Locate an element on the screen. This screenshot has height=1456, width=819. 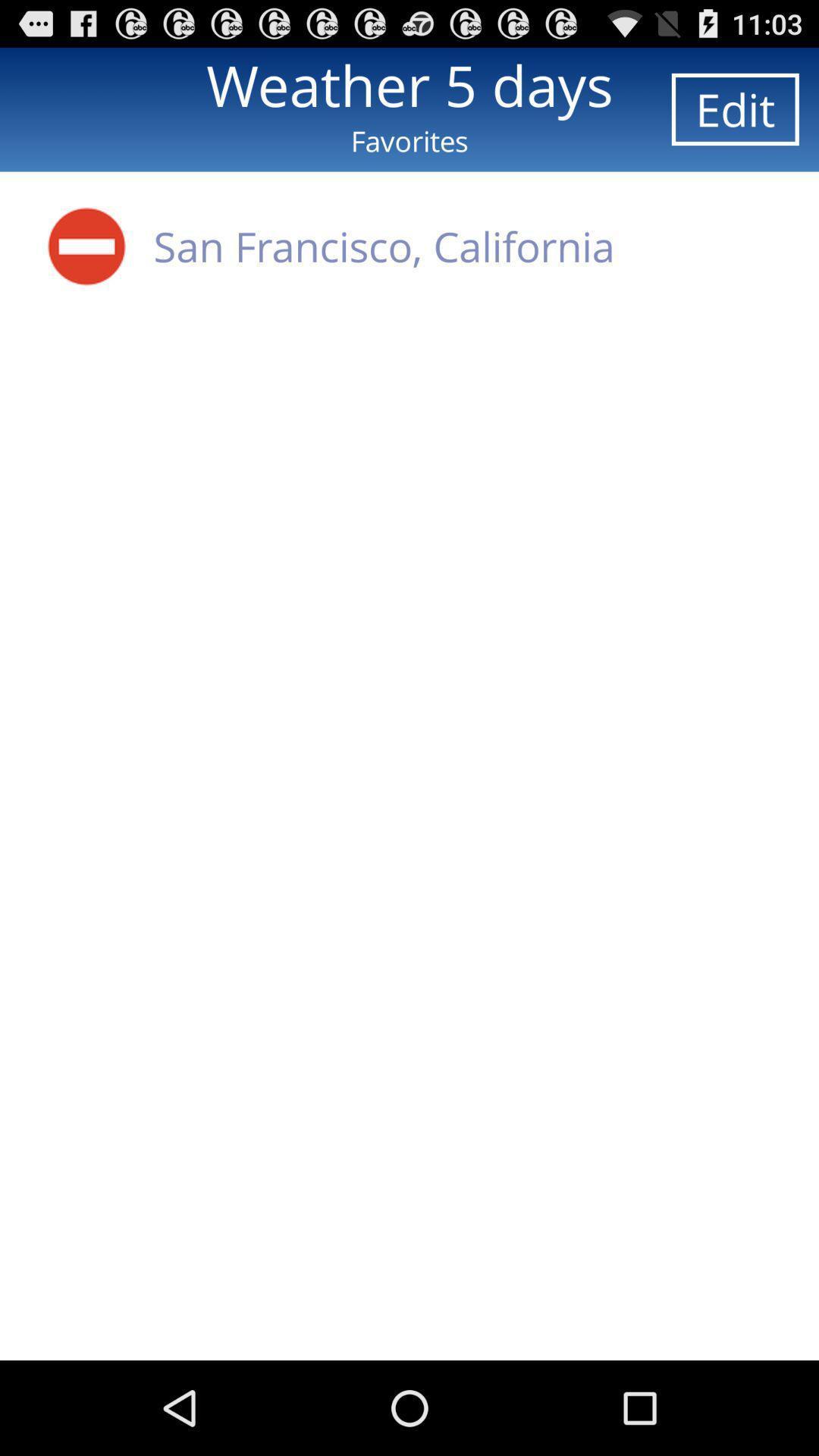
the item below favorites is located at coordinates (383, 246).